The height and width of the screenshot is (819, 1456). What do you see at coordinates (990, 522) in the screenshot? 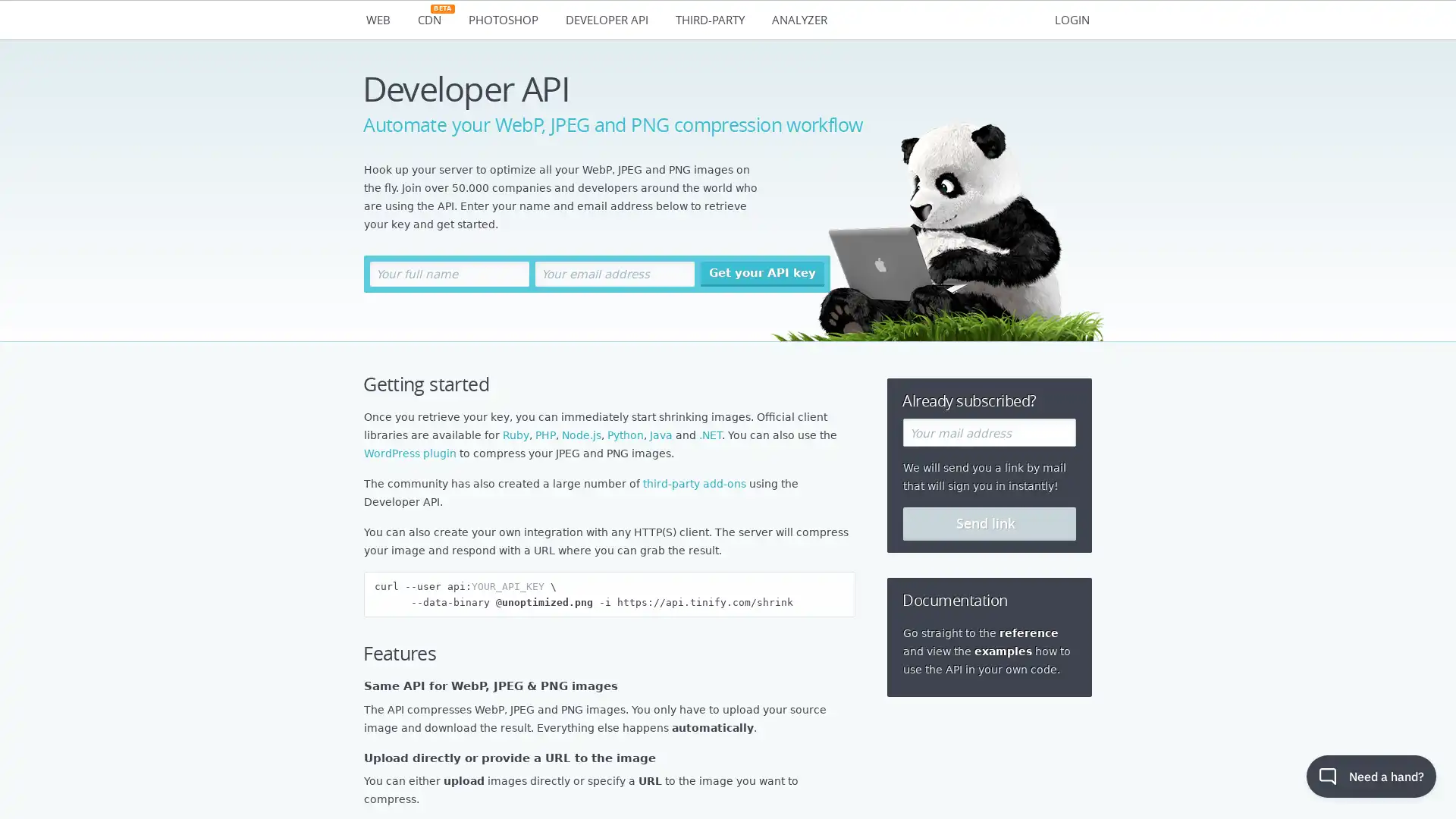
I see `Send link` at bounding box center [990, 522].